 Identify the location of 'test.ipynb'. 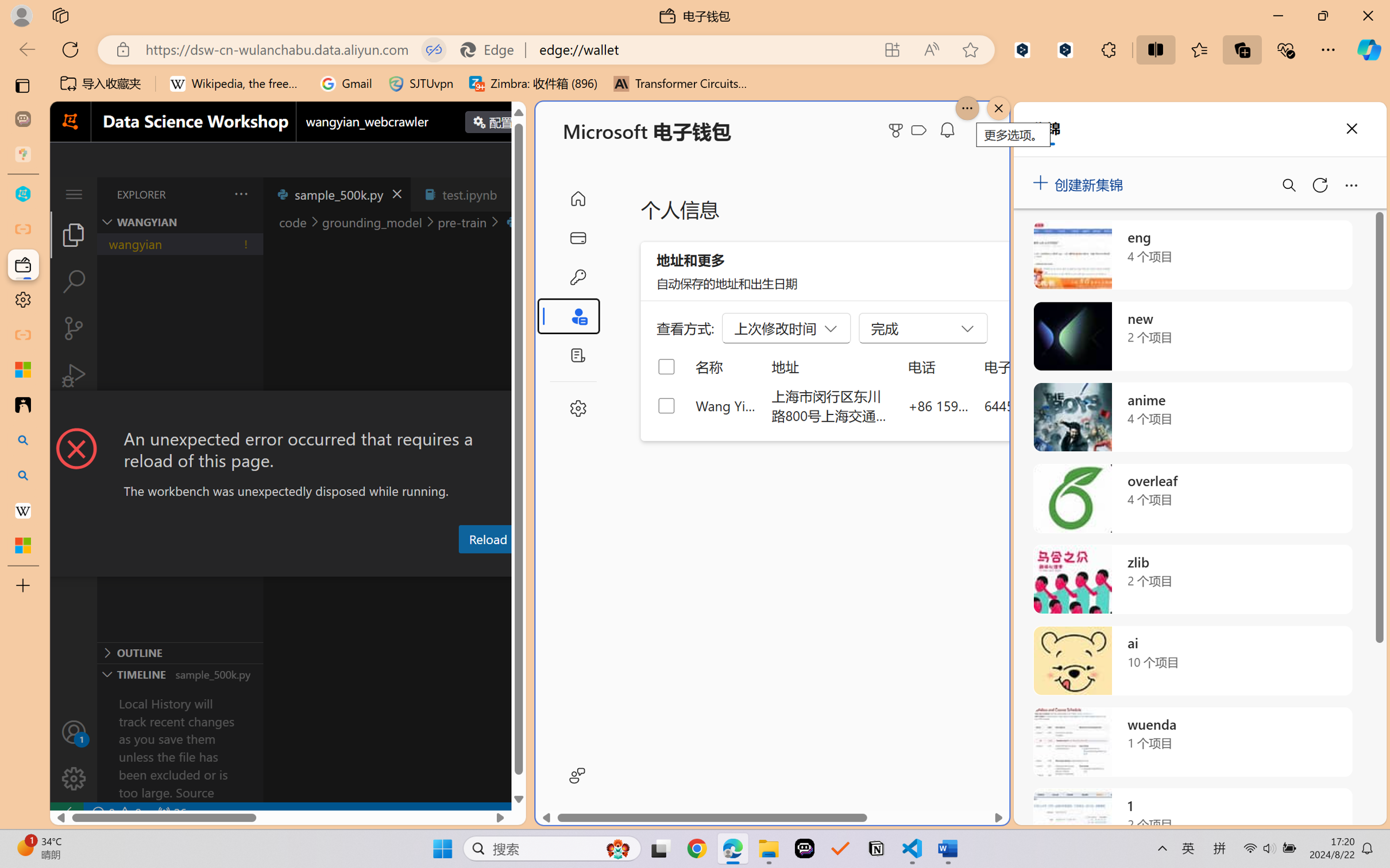
(469, 193).